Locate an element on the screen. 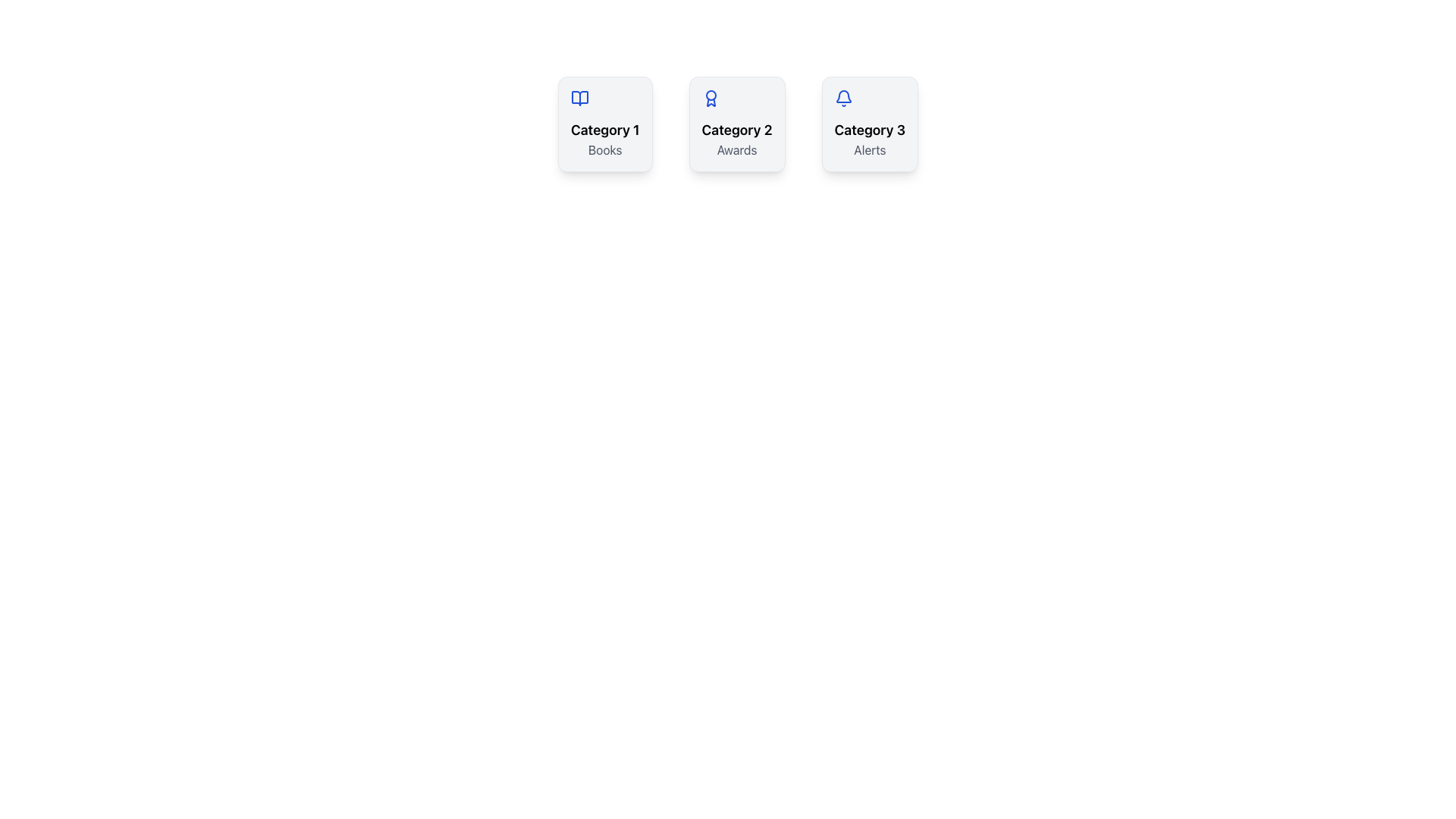  the 'Awards' category icon located in the second tile labeled 'Category 2' to get further information is located at coordinates (710, 99).